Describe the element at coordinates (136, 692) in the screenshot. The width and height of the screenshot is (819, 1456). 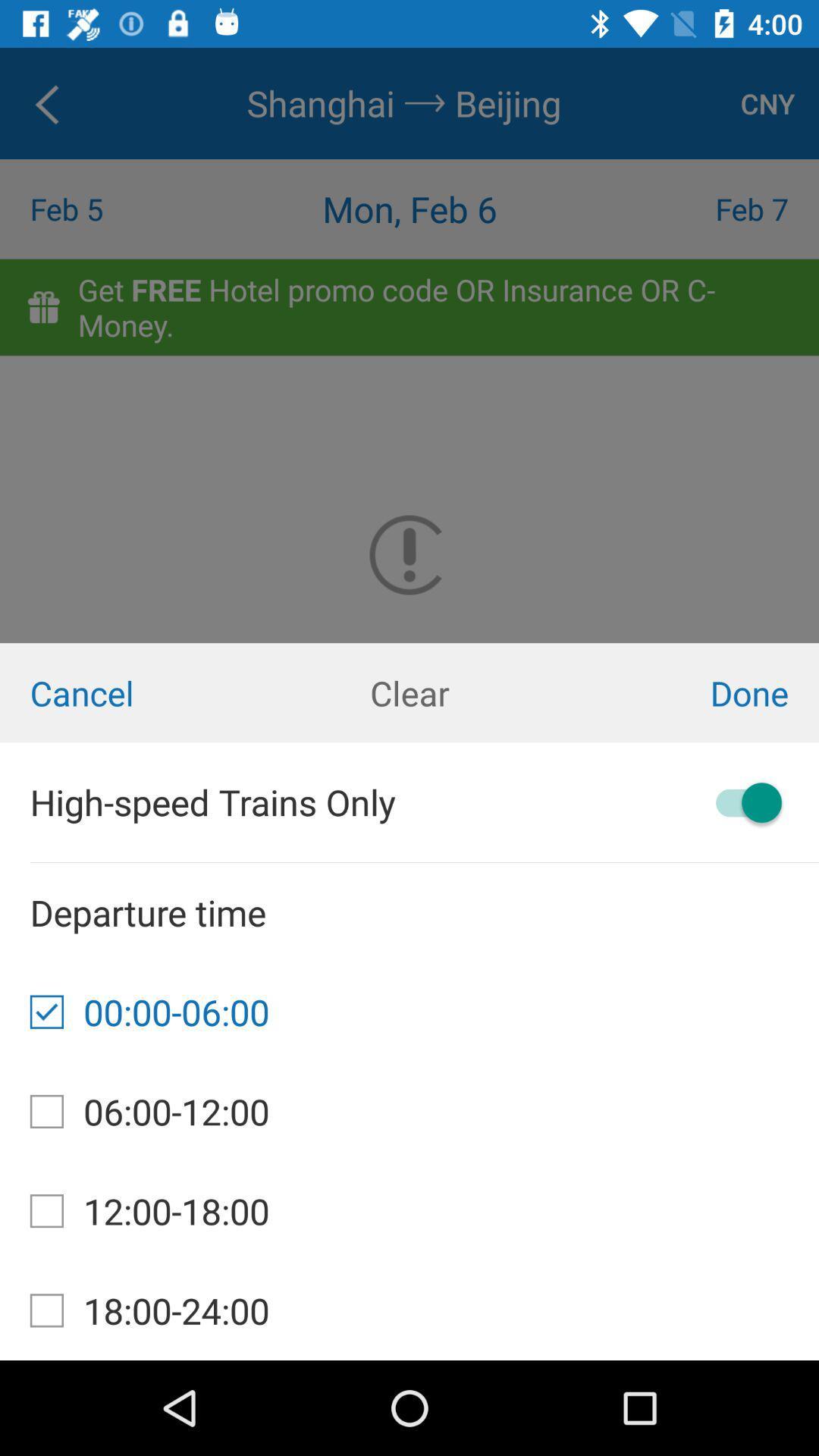
I see `item next to clear item` at that location.